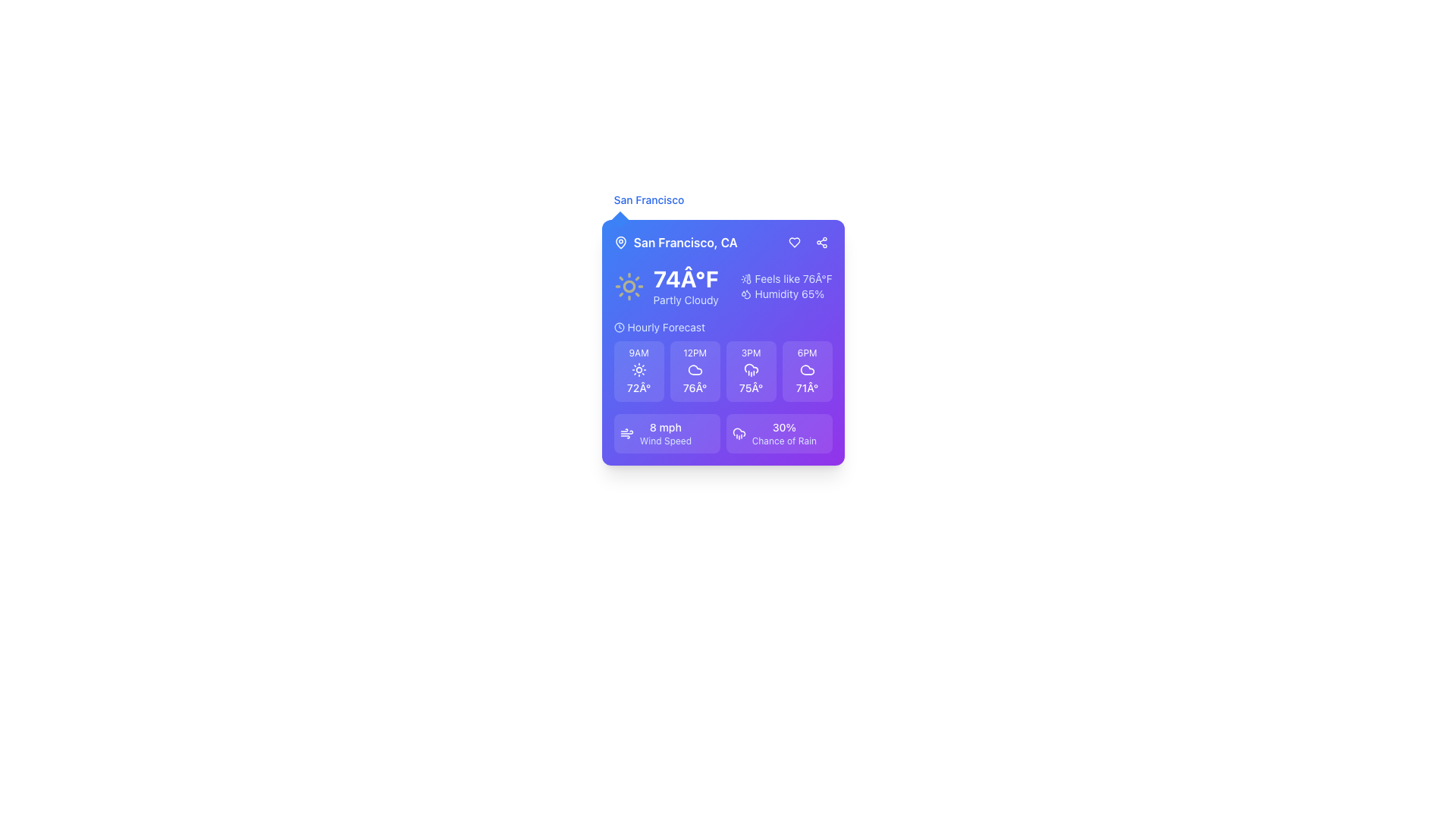 This screenshot has height=819, width=1456. What do you see at coordinates (751, 388) in the screenshot?
I see `the text label displaying '75Â°' that is bold and located within the small rectangular card under the '3PM' section of the 'Hourly Forecast'` at bounding box center [751, 388].